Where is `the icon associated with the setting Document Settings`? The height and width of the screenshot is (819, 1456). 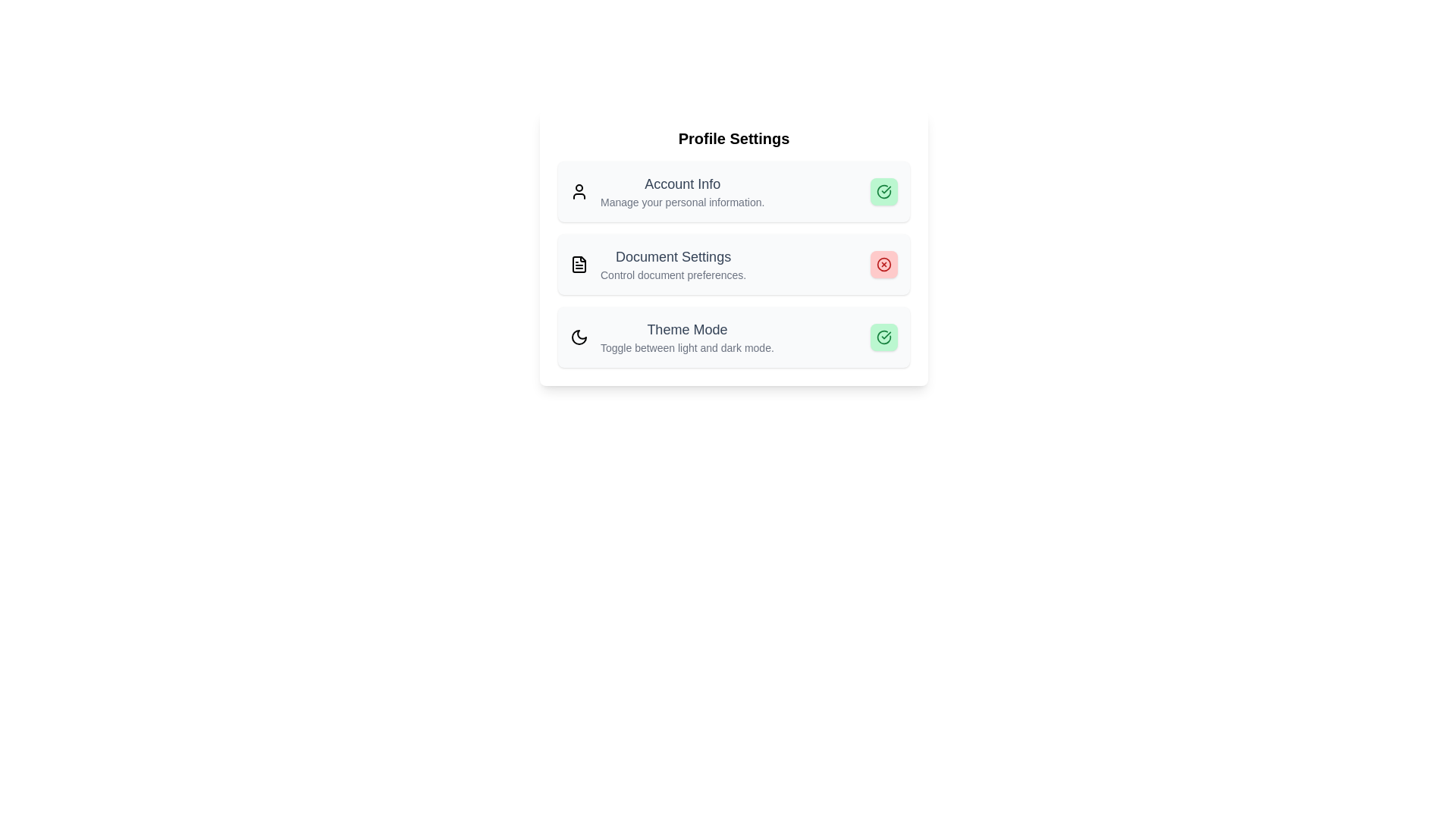 the icon associated with the setting Document Settings is located at coordinates (578, 263).